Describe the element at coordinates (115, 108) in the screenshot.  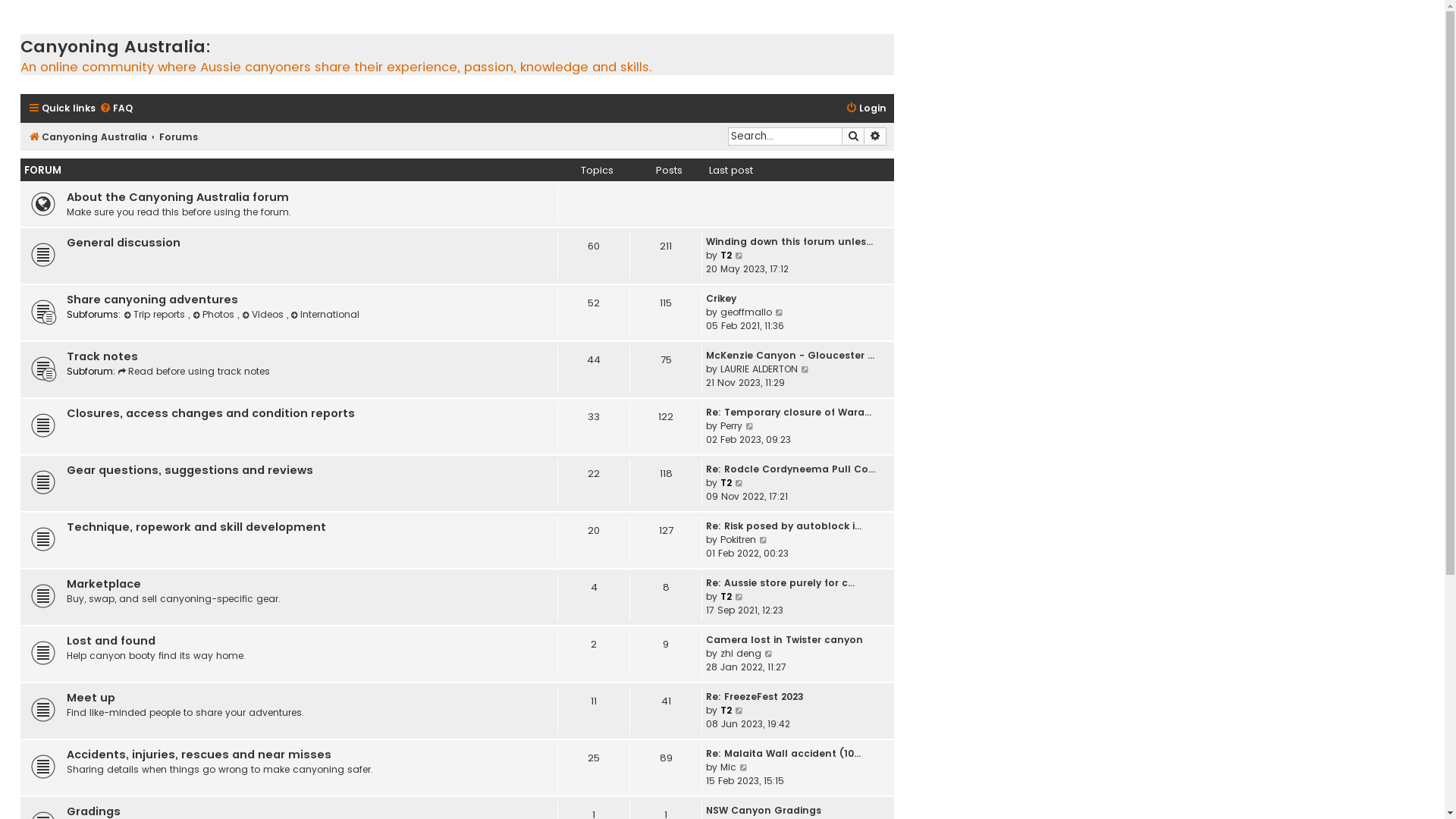
I see `'FAQ'` at that location.